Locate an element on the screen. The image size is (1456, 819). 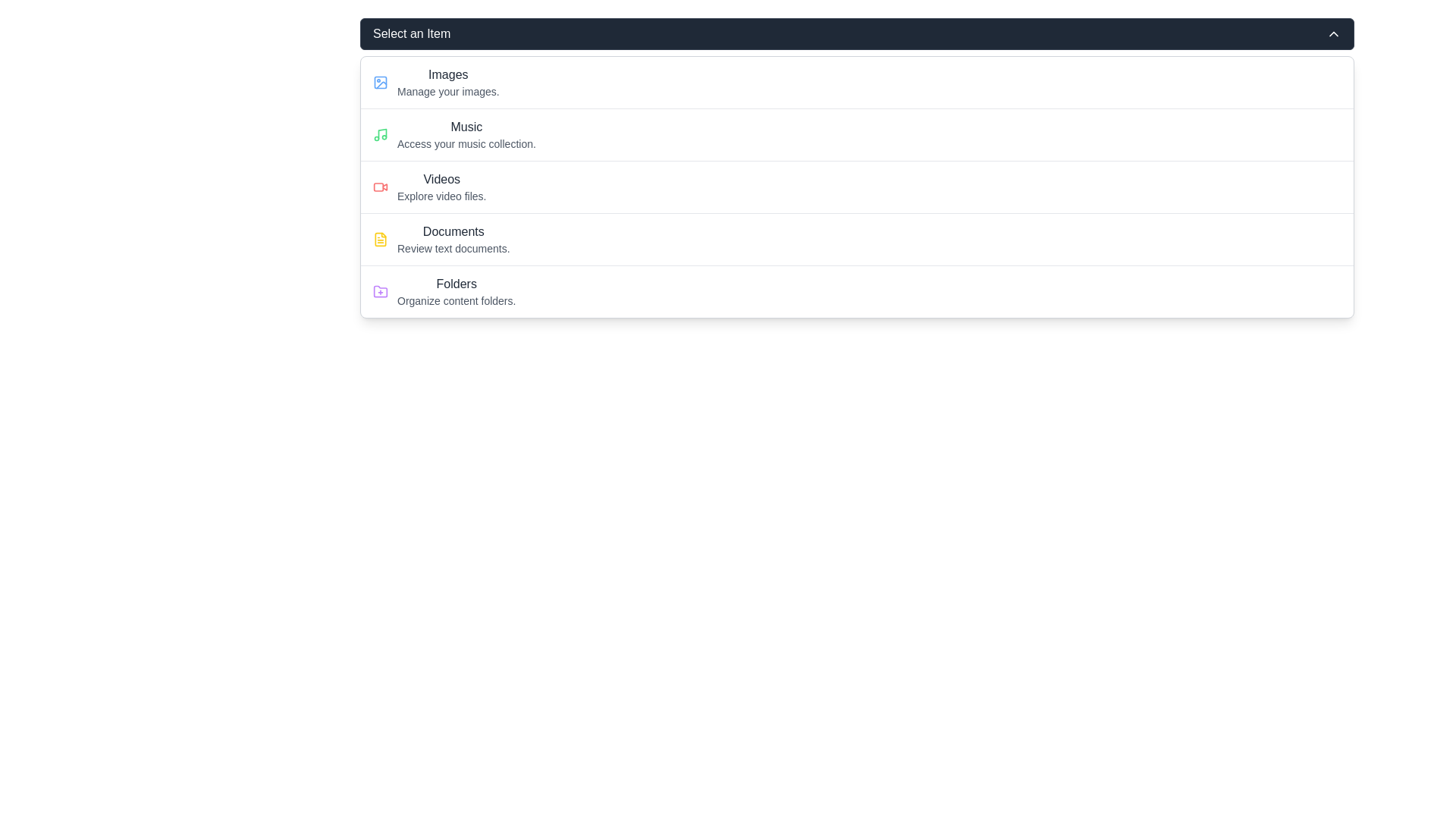
the 'Folders' navigation element is located at coordinates (456, 292).